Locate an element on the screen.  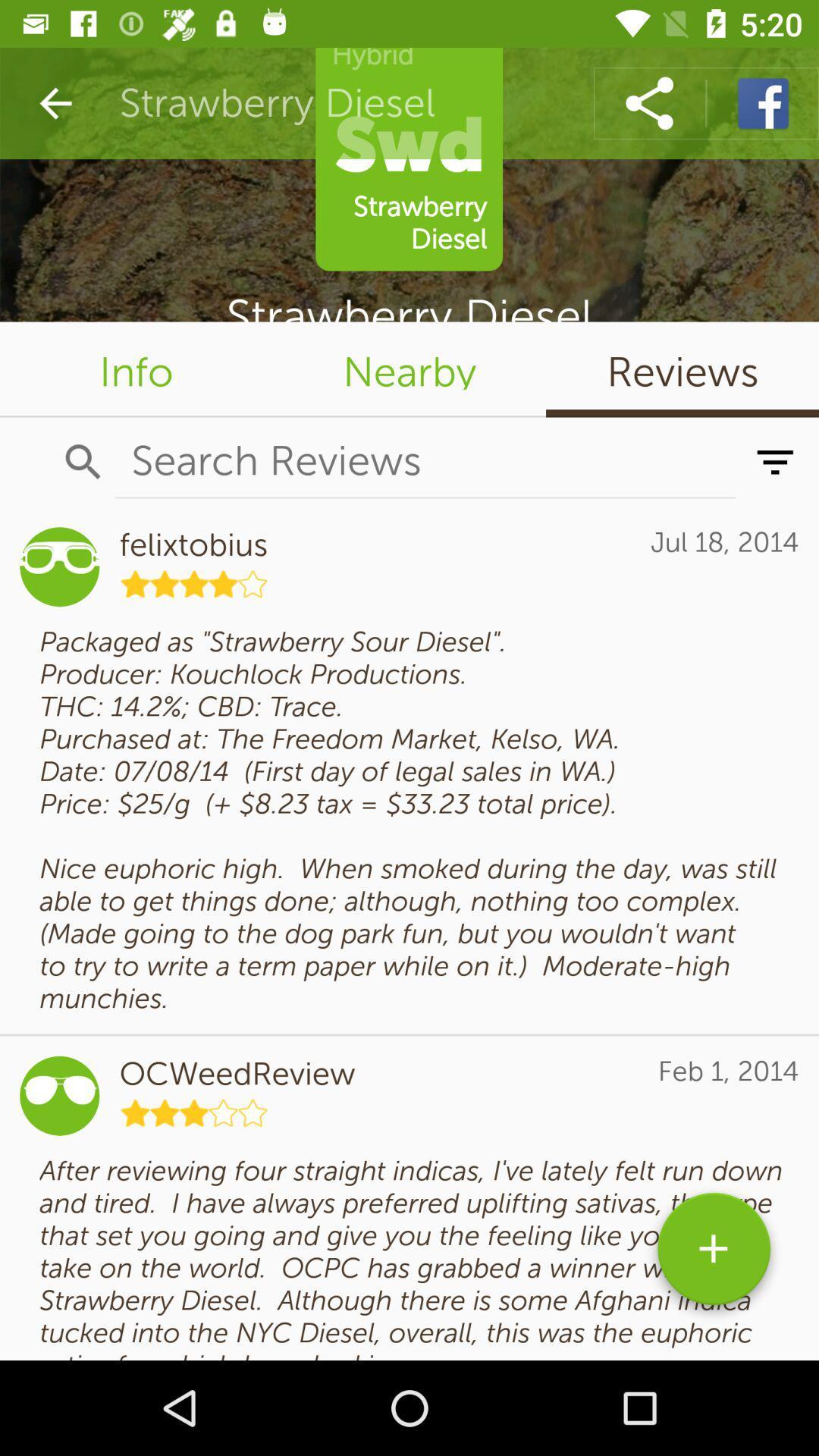
the share button on the web page is located at coordinates (648, 103).